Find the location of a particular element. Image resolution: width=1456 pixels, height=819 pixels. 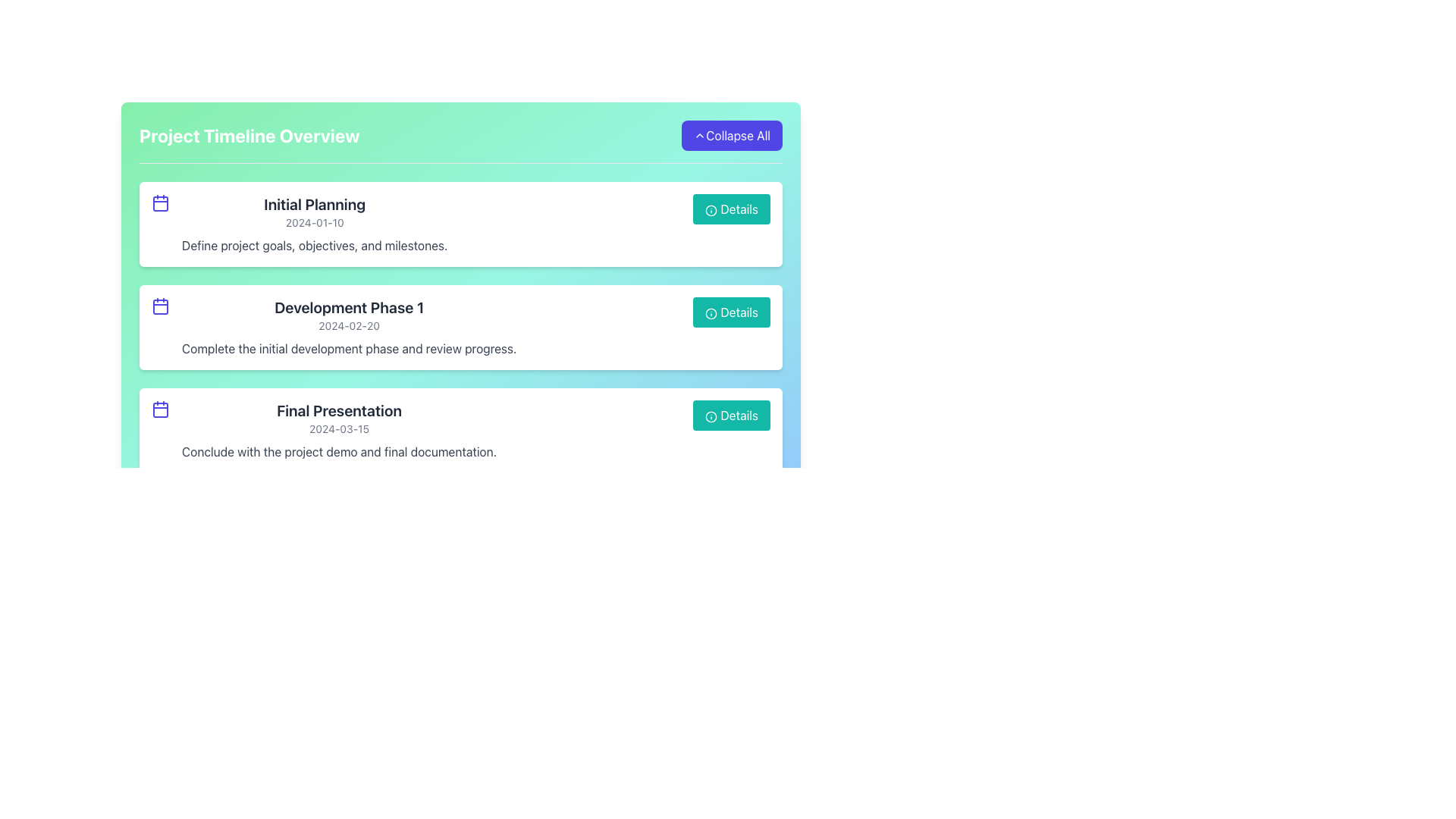

the button that provides additional information for the 'Initial Planning' task, located on the right side of the 'Project Timeline Overview' section is located at coordinates (732, 209).